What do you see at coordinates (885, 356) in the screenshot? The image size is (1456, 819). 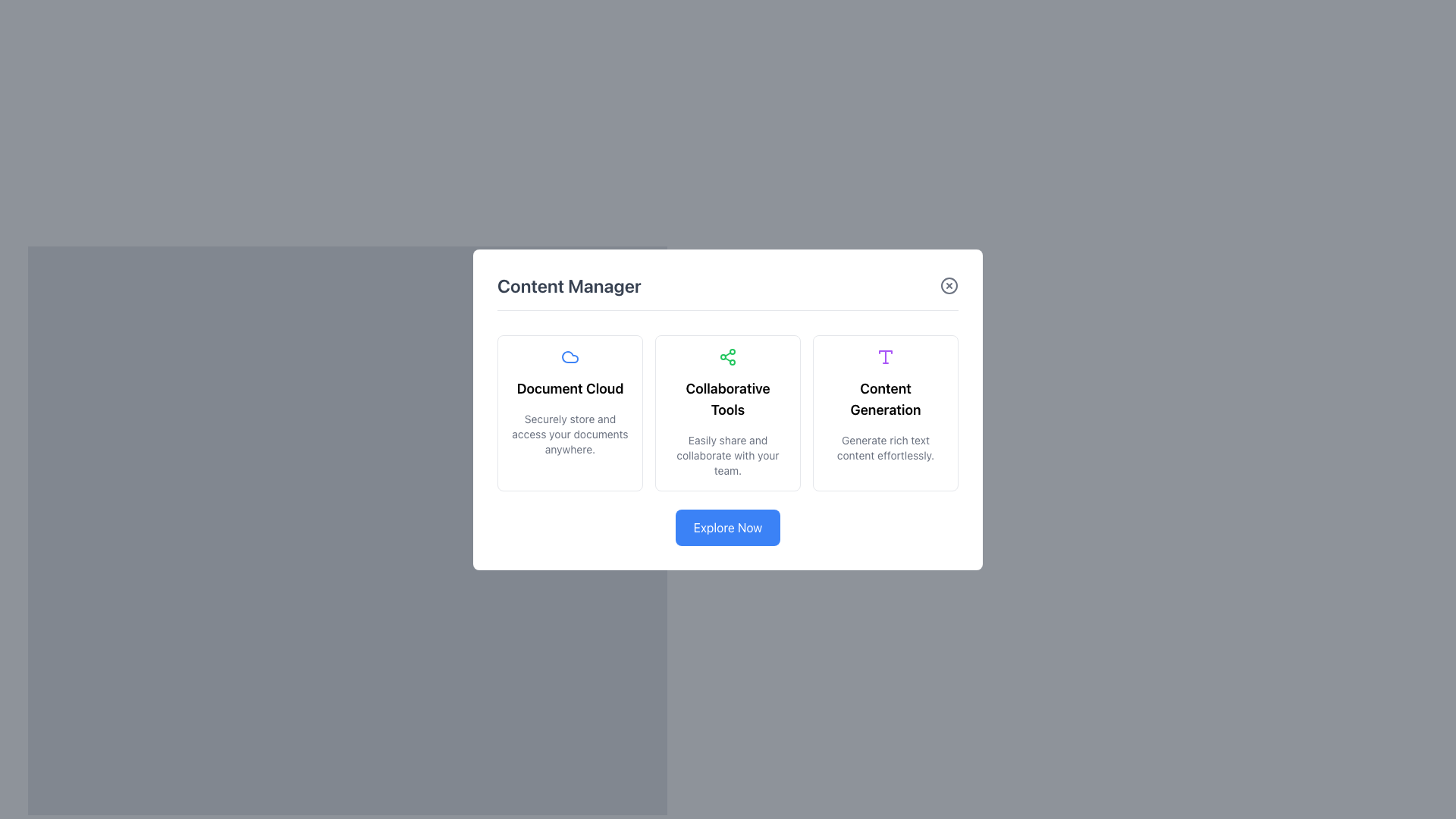 I see `the purple SVG icon of a stylized capital 'T' located at the top of the 'Content Generation' card` at bounding box center [885, 356].